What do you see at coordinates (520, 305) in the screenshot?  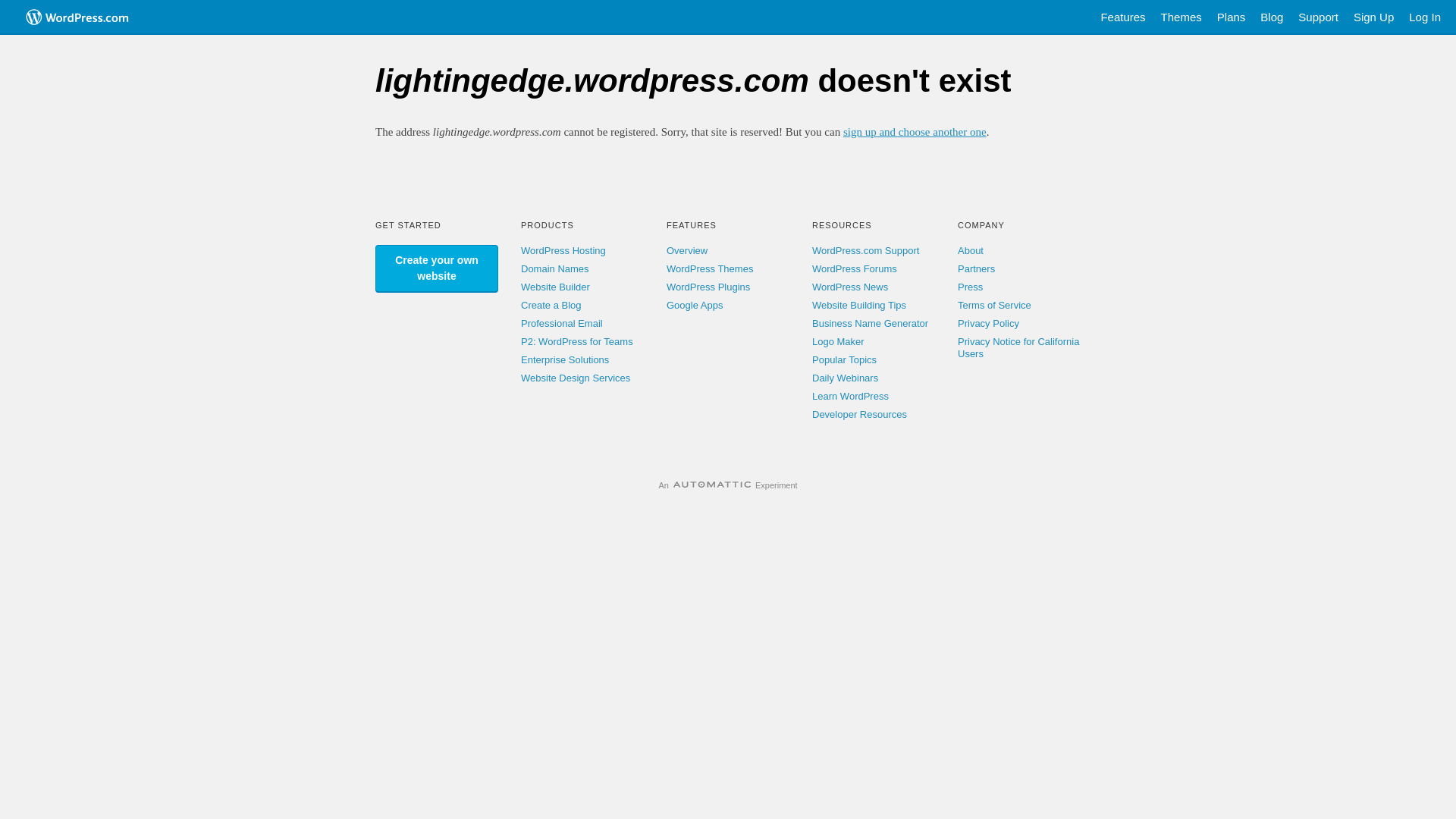 I see `'Create a Blog'` at bounding box center [520, 305].